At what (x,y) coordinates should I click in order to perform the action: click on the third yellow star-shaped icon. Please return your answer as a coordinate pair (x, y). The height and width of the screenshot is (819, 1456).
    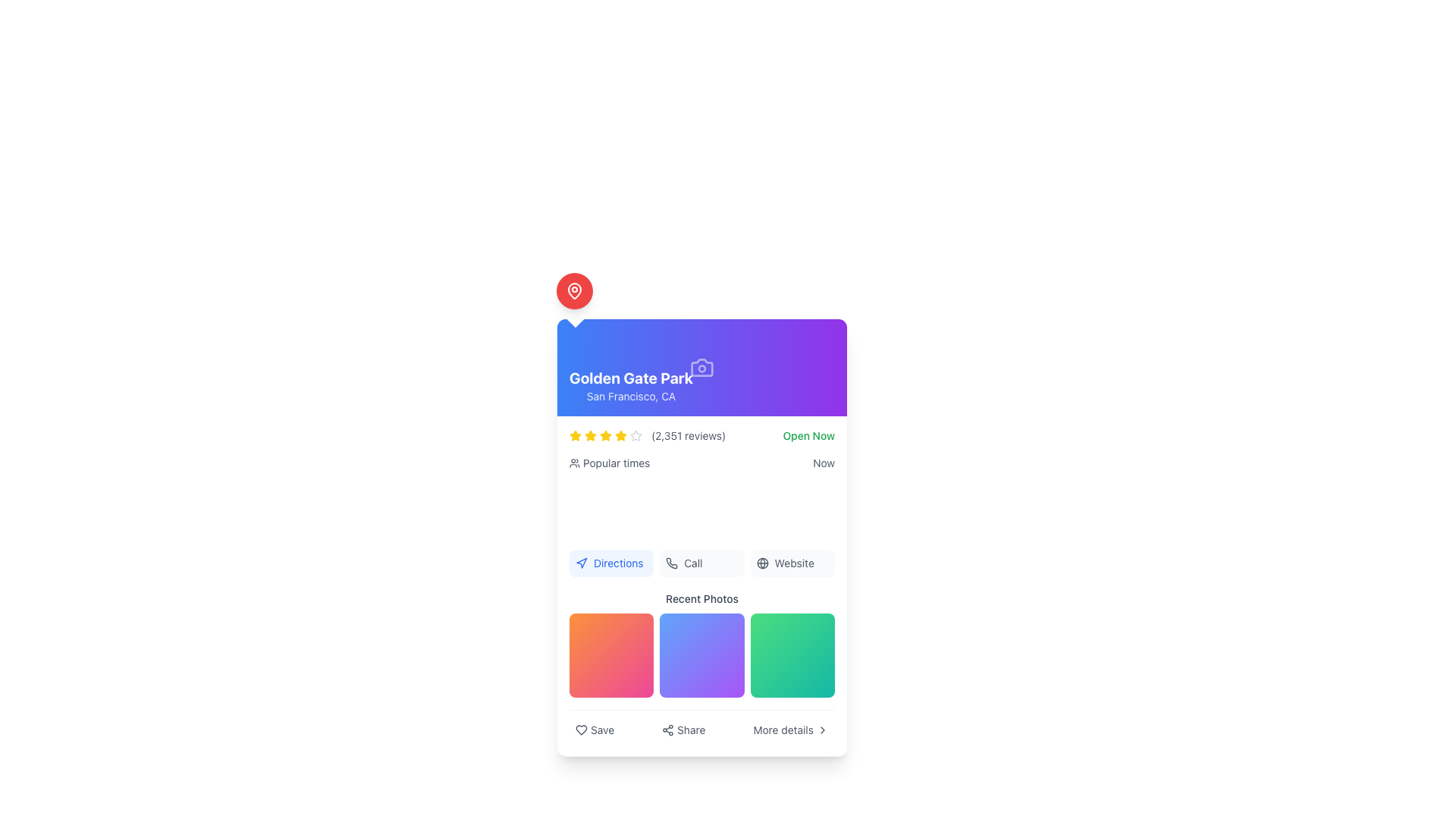
    Looking at the image, I should click on (574, 435).